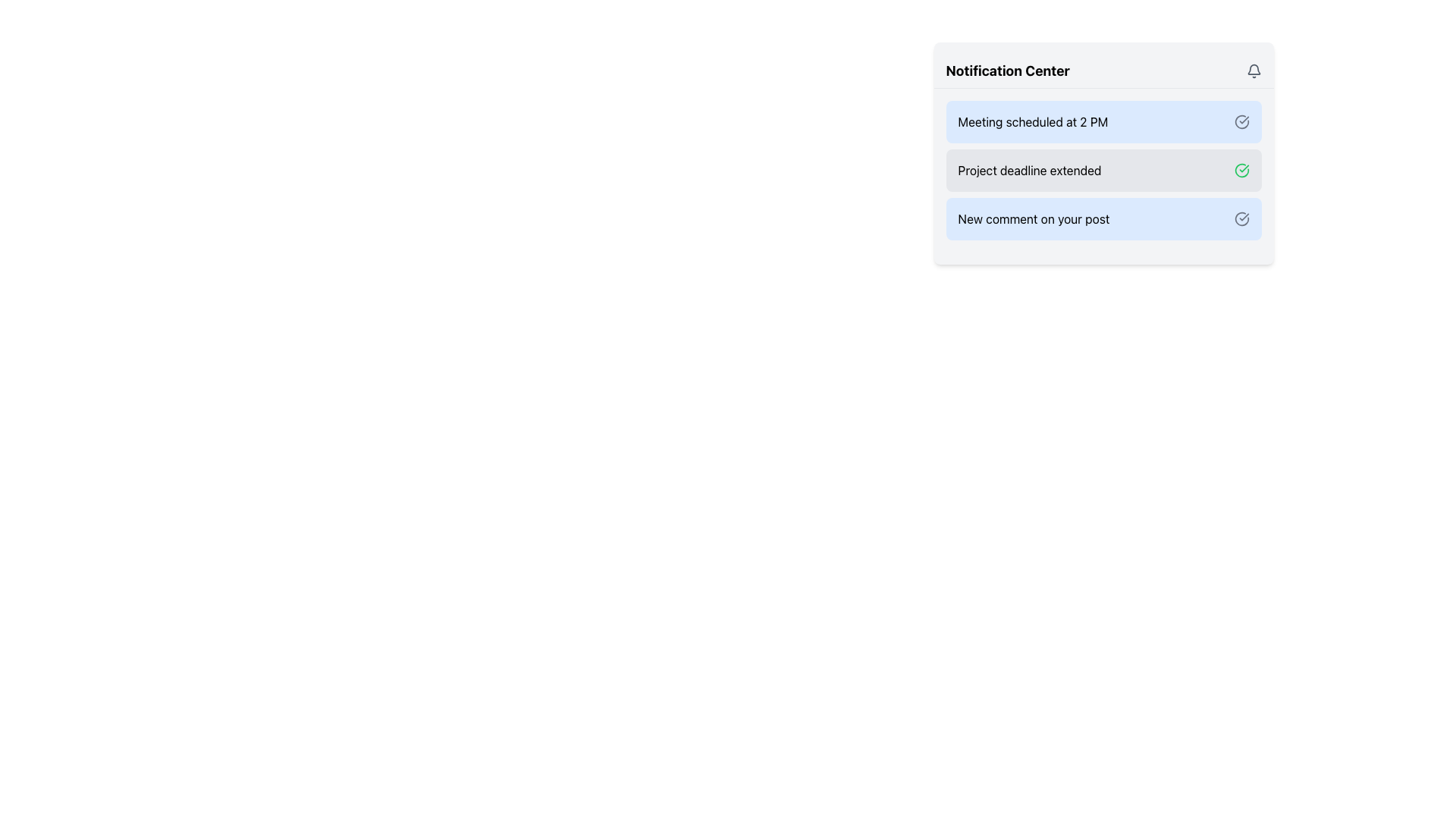 This screenshot has height=819, width=1456. I want to click on the header text label indicating the purpose of the notification center section, located at the top-left corner of the notification center, so click(1008, 71).